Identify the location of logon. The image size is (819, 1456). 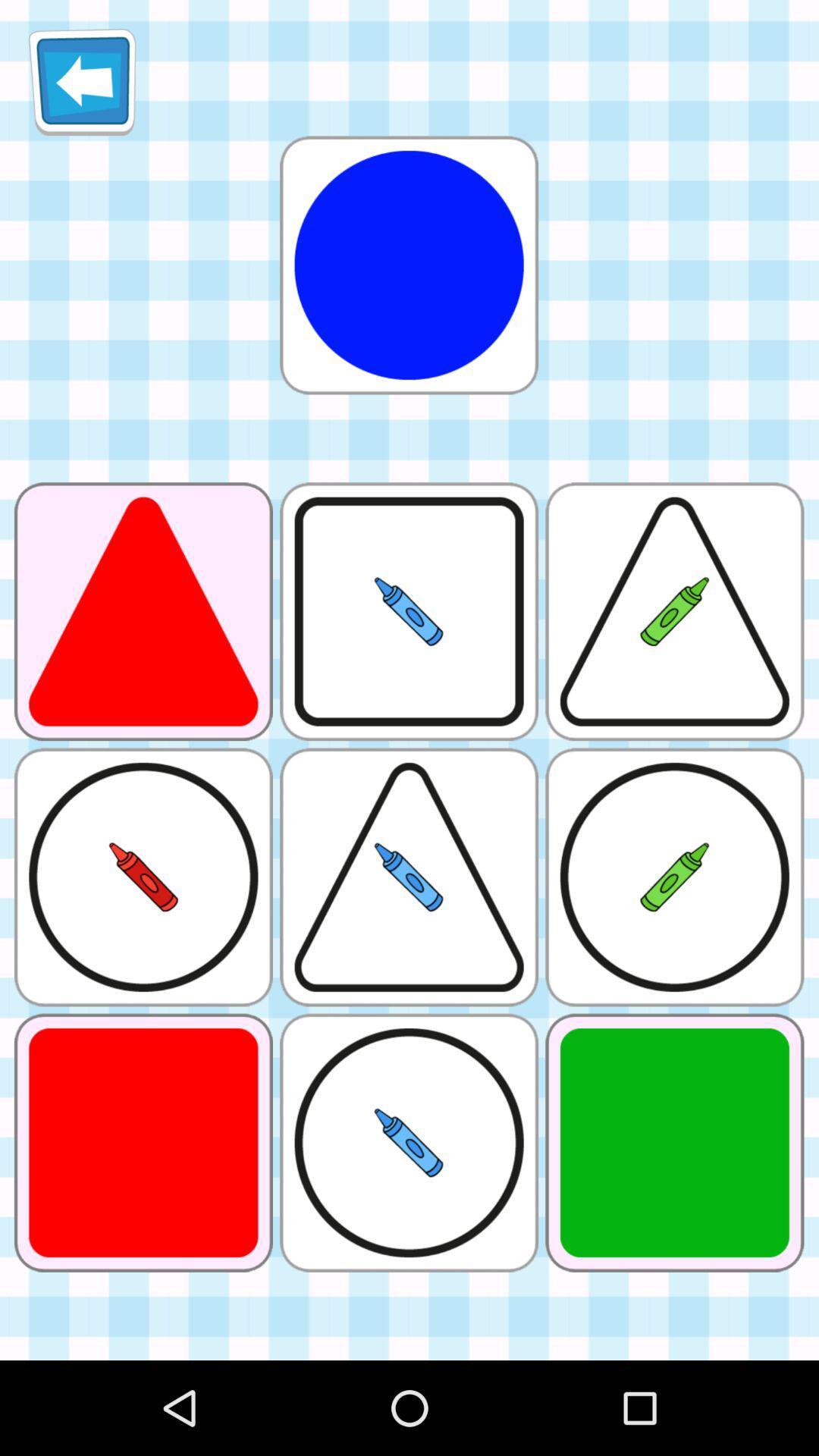
(408, 265).